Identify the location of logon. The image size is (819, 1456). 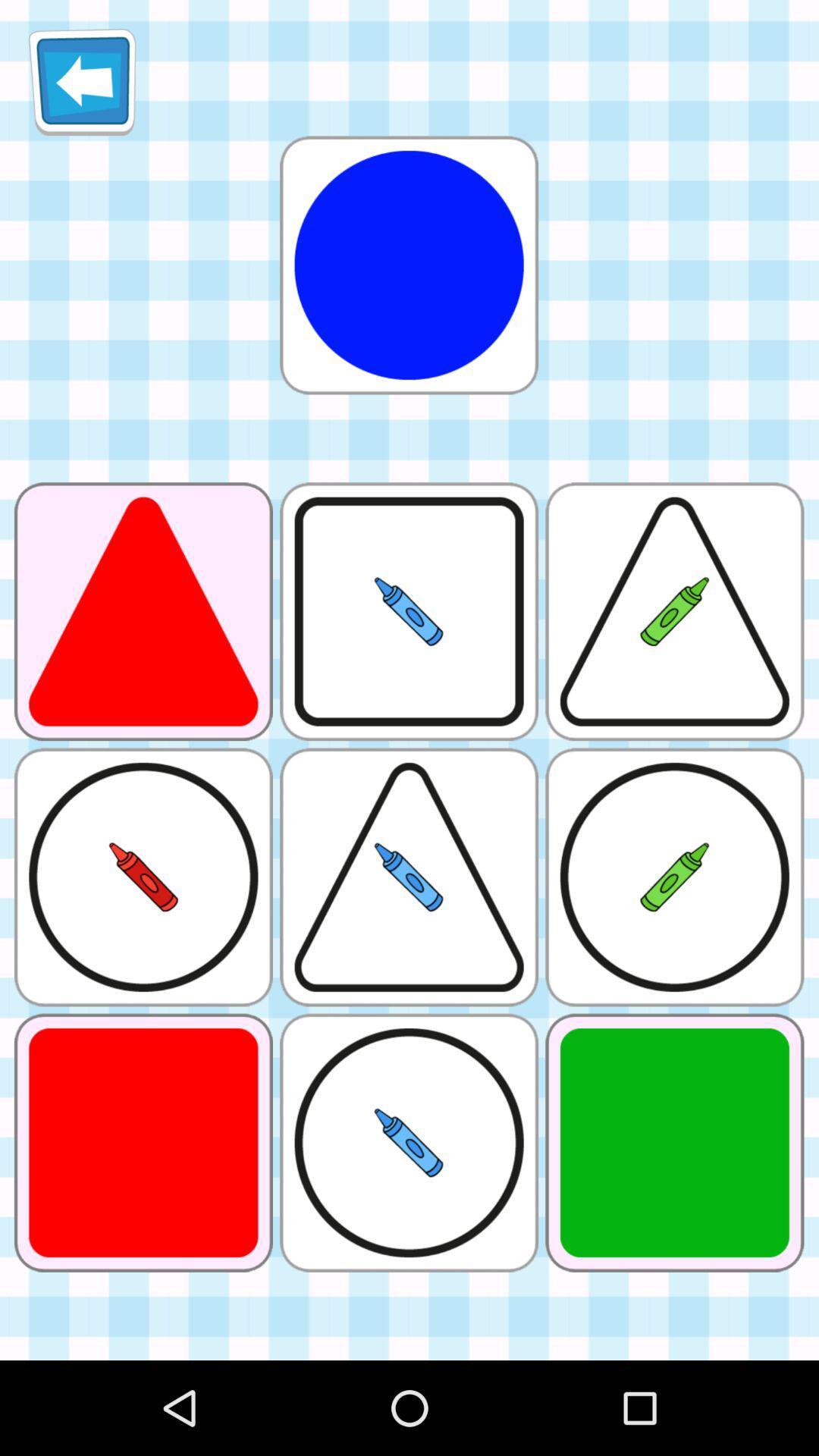
(408, 265).